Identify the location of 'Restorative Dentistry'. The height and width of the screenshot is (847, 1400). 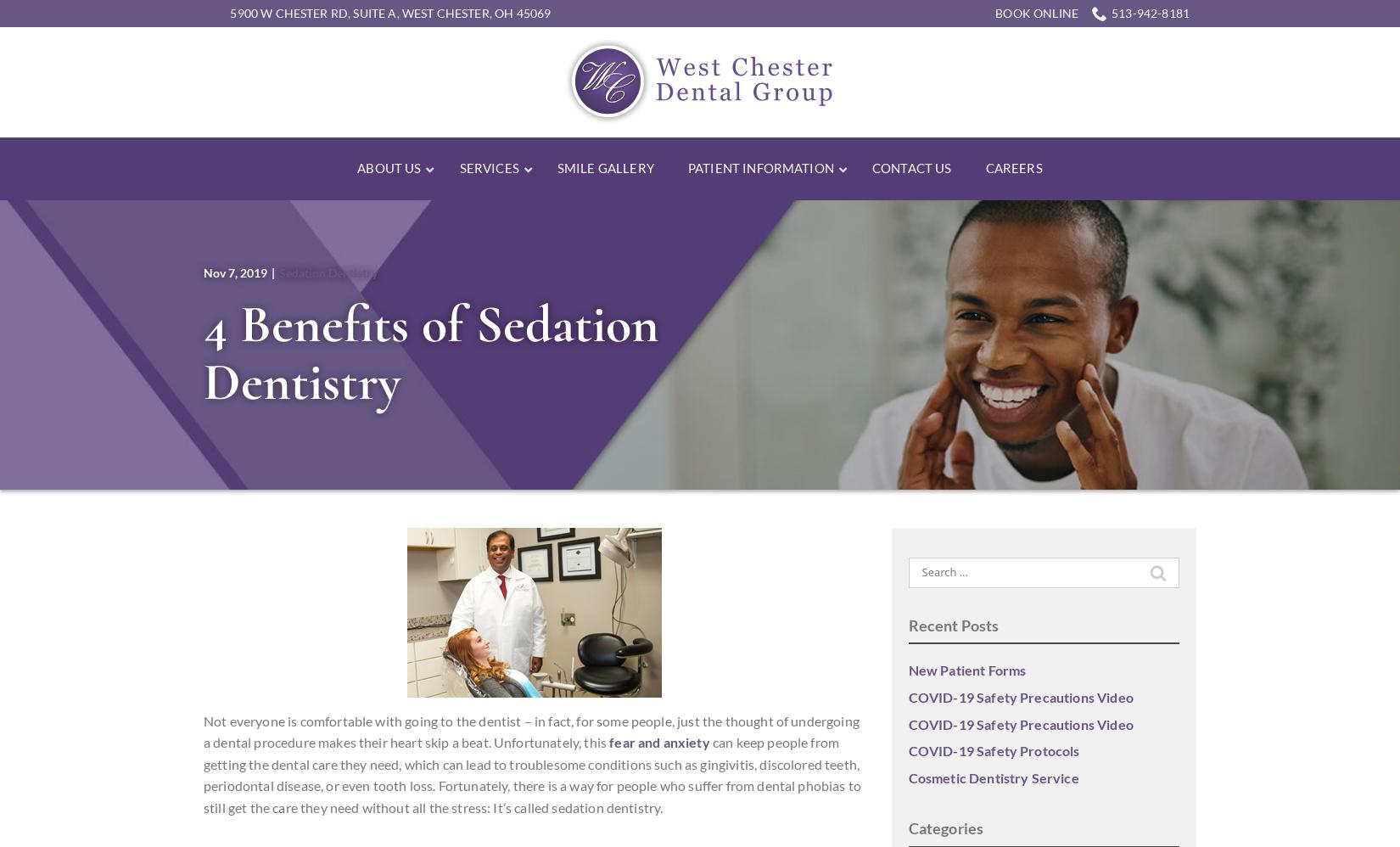
(835, 226).